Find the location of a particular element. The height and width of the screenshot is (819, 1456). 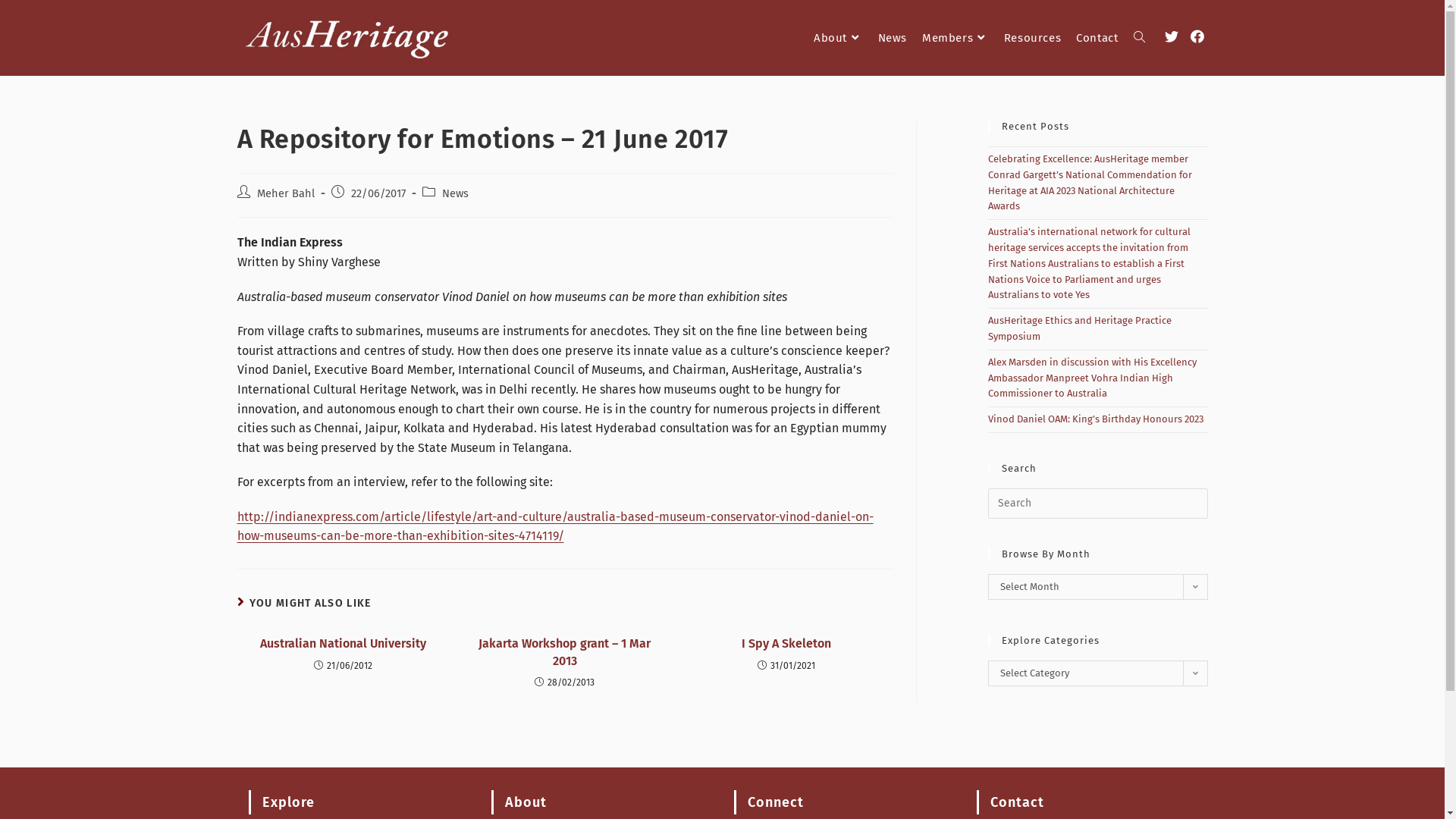

'AusHeritage Ethics and Heritage Practice Symposium' is located at coordinates (1078, 327).